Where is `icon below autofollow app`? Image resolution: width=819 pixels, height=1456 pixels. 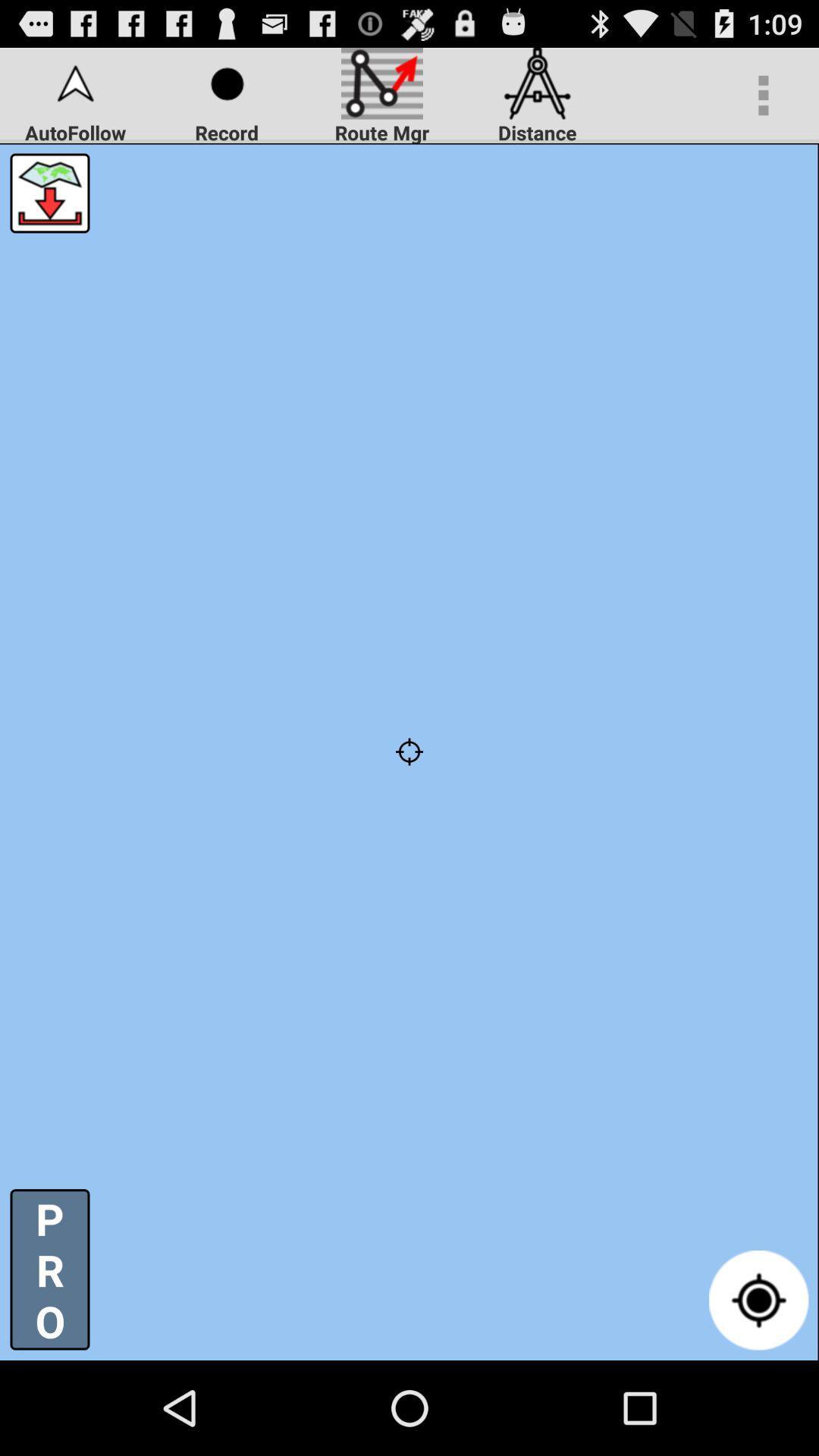 icon below autofollow app is located at coordinates (49, 192).